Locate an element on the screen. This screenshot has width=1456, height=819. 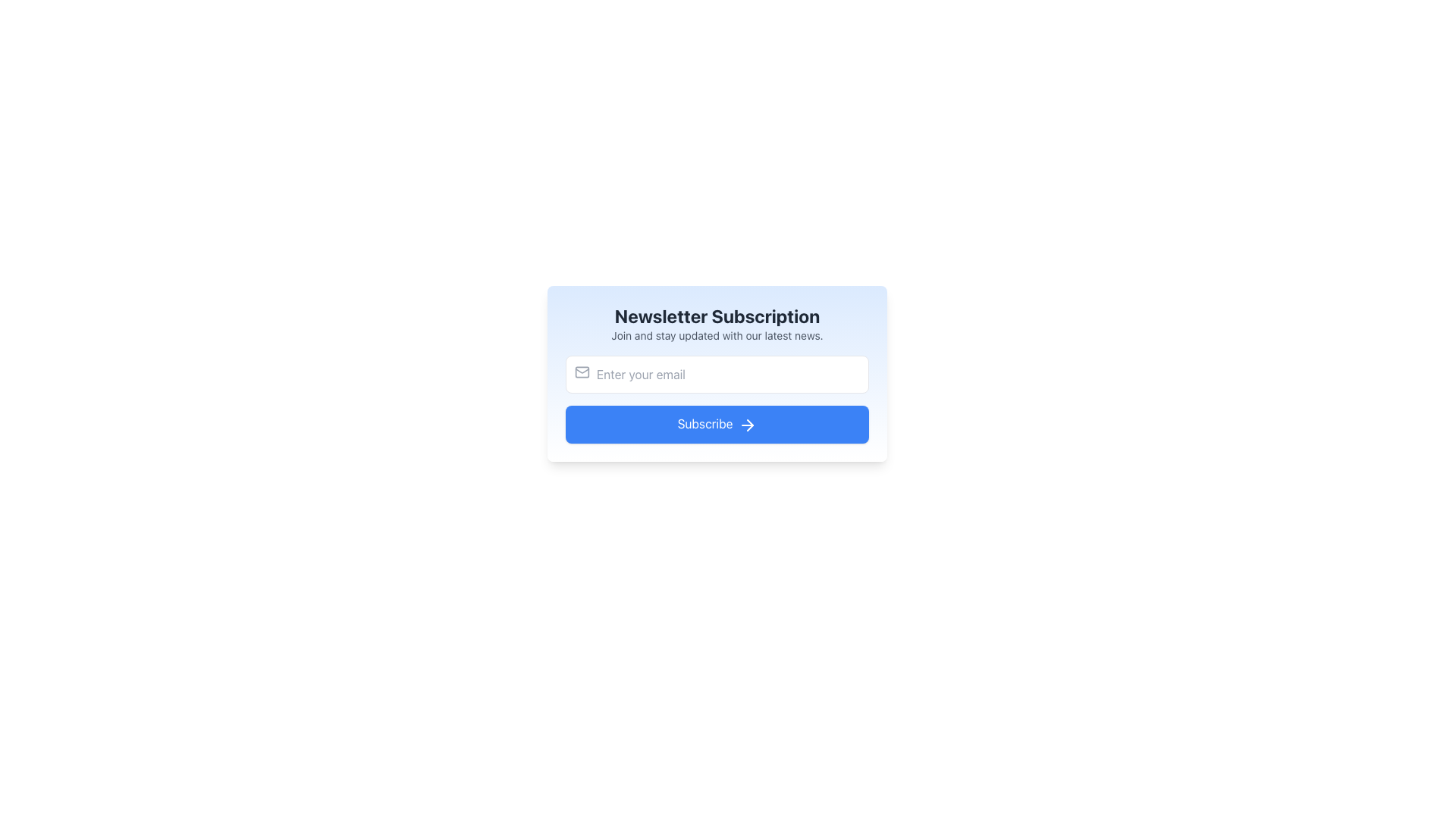
the 'Subscribe' button with a blue background and white text to observe its hover effects is located at coordinates (716, 424).